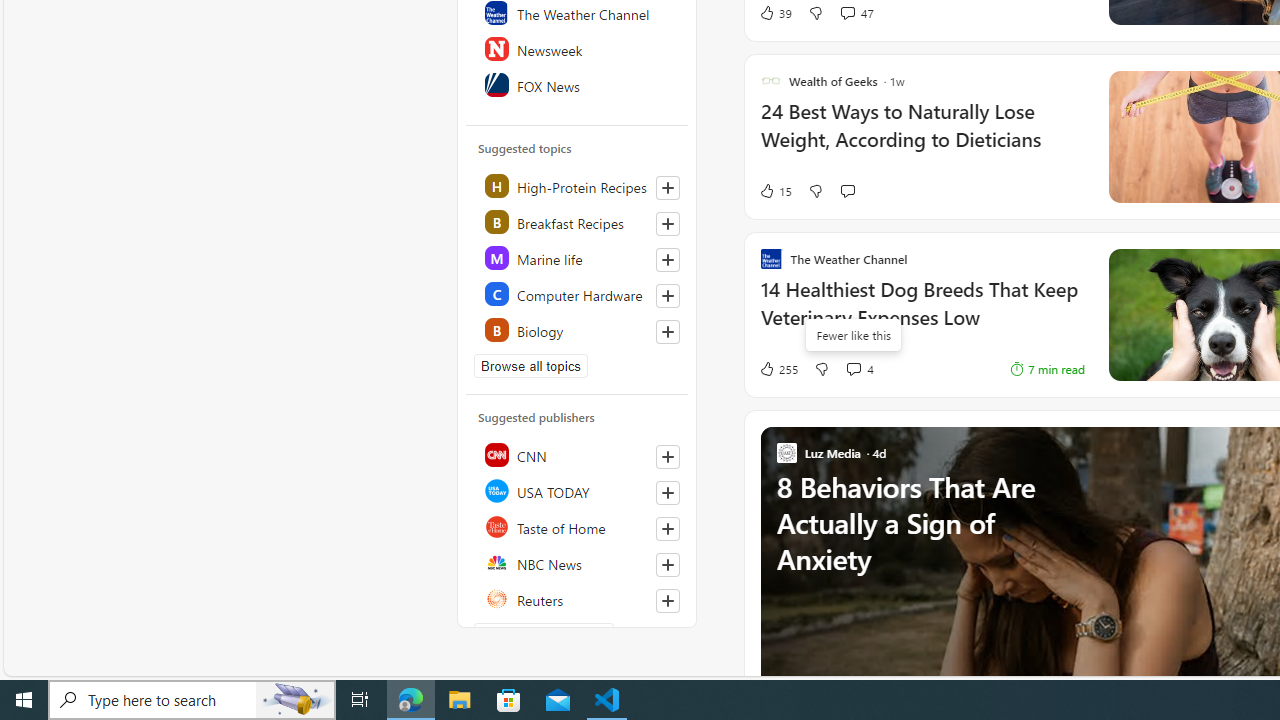 The width and height of the screenshot is (1280, 720). Describe the element at coordinates (921, 313) in the screenshot. I see `'14 Healthiest Dog Breeds That Keep Veterinary Expenses Low'` at that location.